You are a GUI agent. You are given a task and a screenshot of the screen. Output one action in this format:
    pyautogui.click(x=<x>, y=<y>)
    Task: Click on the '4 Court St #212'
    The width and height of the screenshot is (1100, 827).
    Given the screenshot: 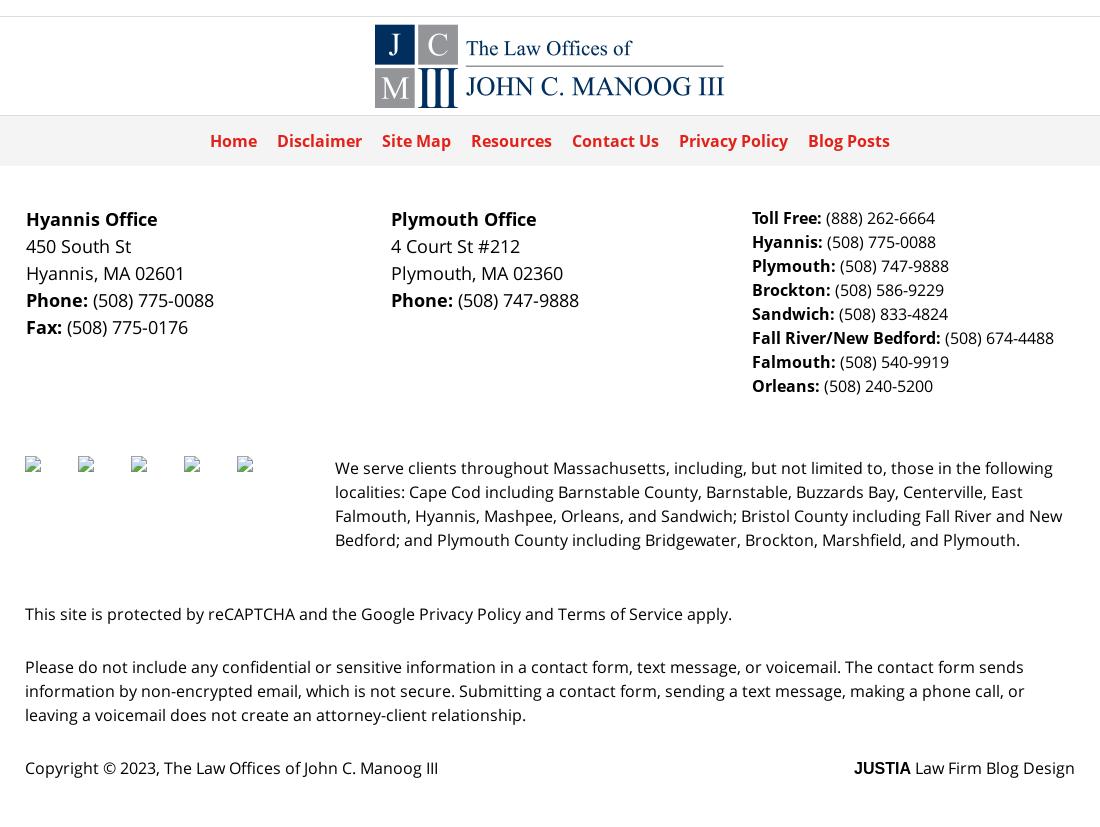 What is the action you would take?
    pyautogui.click(x=454, y=245)
    